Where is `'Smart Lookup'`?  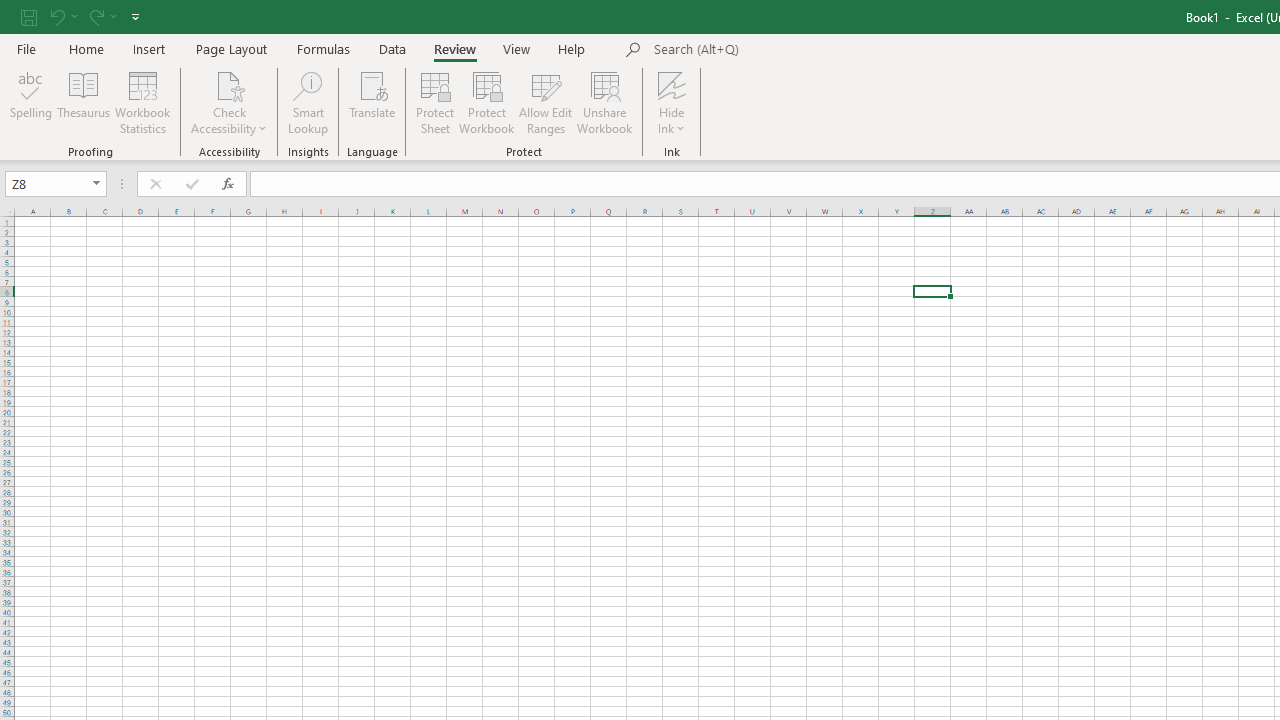
'Smart Lookup' is located at coordinates (307, 103).